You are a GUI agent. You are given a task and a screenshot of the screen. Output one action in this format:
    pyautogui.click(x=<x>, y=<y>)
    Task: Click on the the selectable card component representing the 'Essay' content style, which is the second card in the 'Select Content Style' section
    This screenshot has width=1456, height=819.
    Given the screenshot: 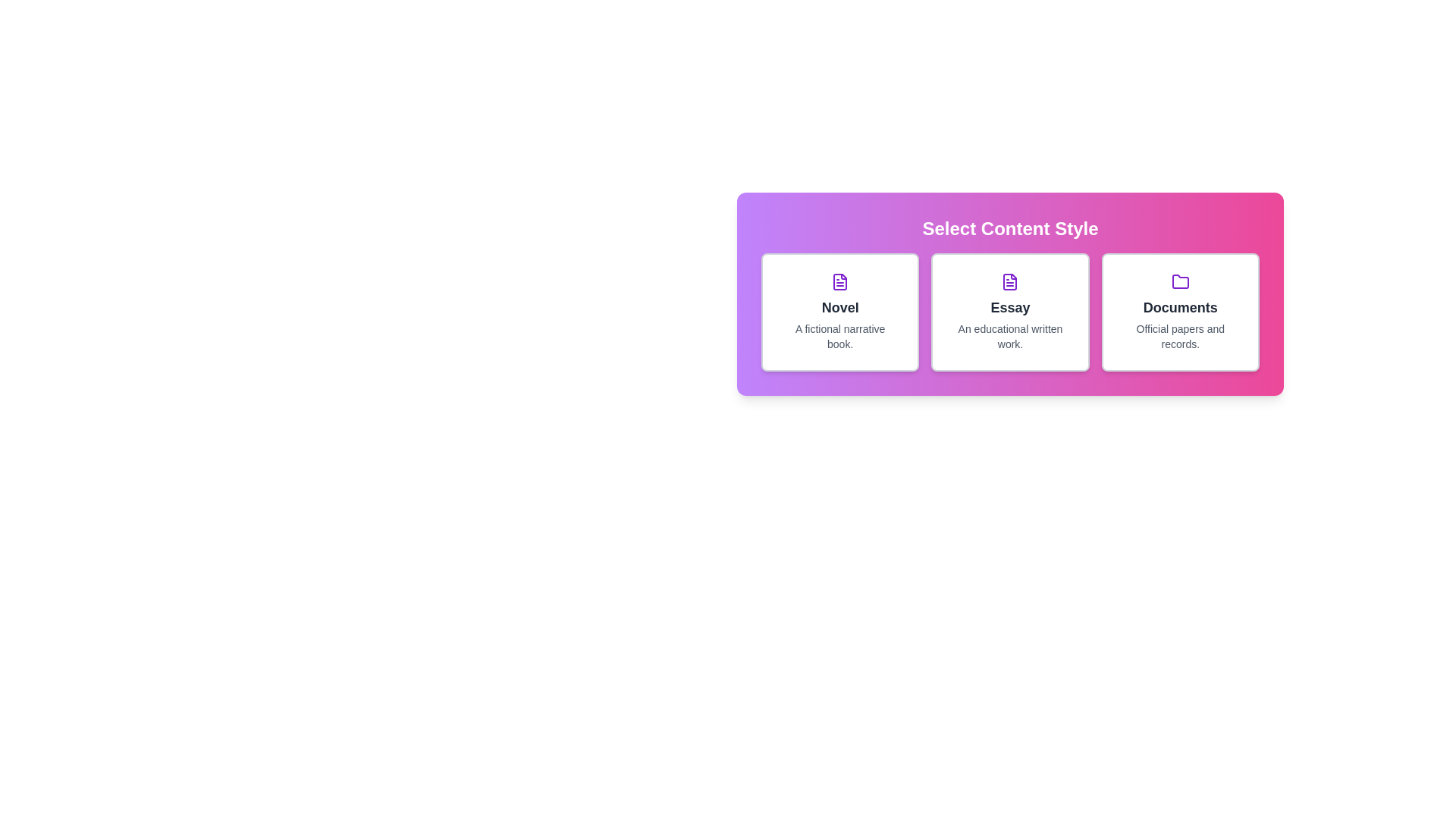 What is the action you would take?
    pyautogui.click(x=1010, y=312)
    